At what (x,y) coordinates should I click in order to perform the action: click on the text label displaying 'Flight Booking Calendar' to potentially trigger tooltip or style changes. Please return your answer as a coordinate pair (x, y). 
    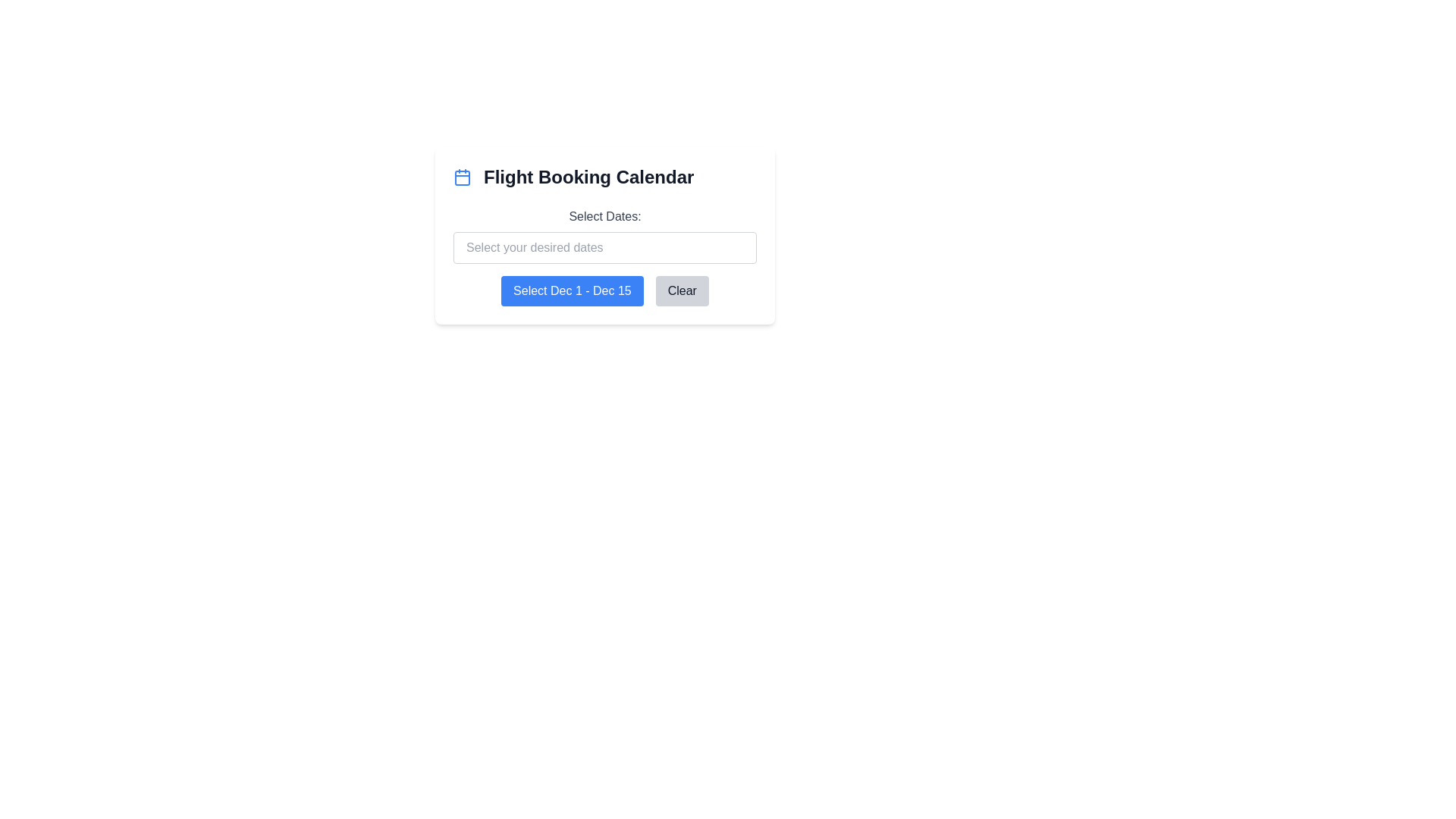
    Looking at the image, I should click on (588, 177).